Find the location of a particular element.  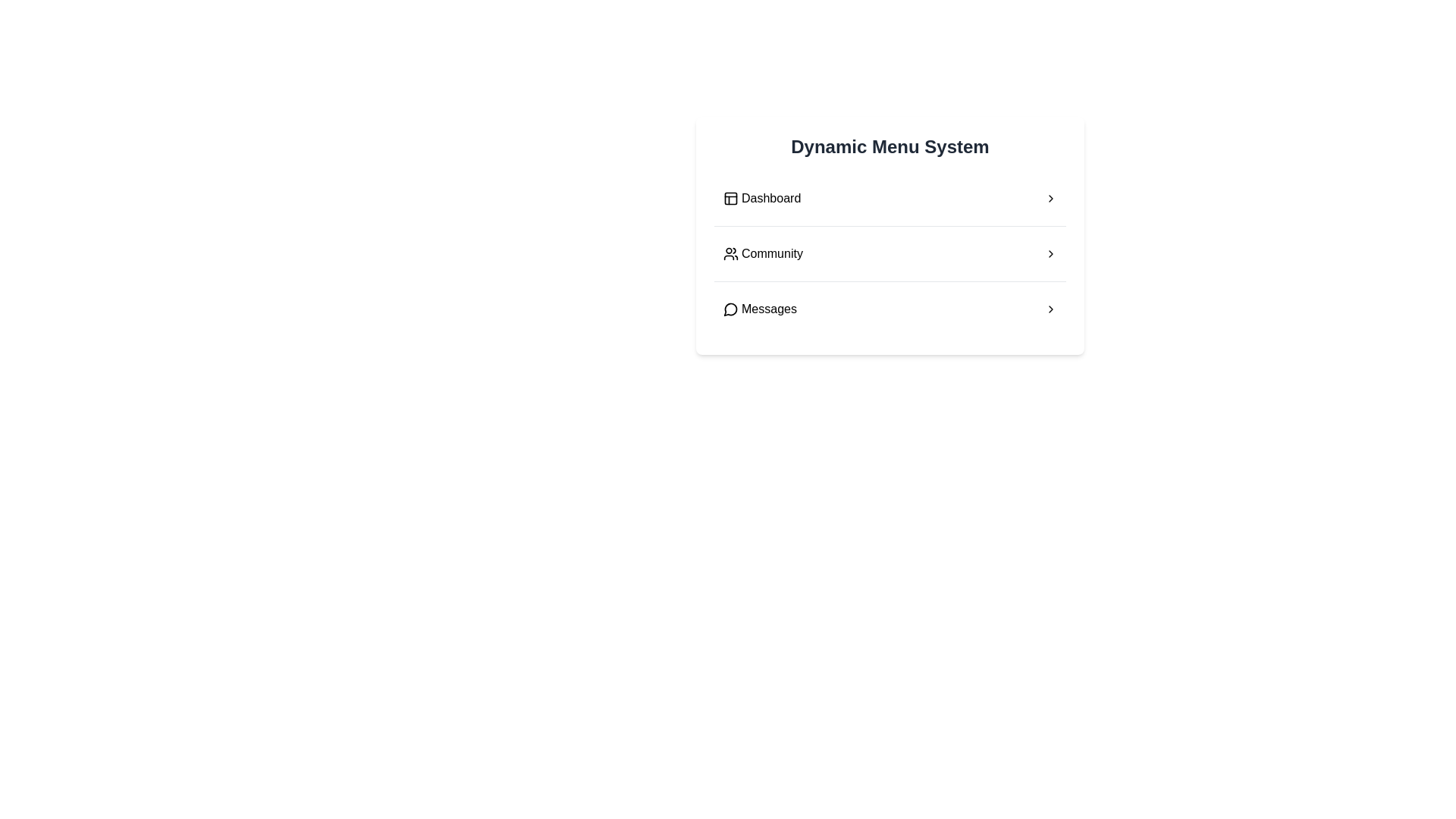

the third button in the 'Dynamic Menu System' that navigates to the messages section is located at coordinates (890, 309).